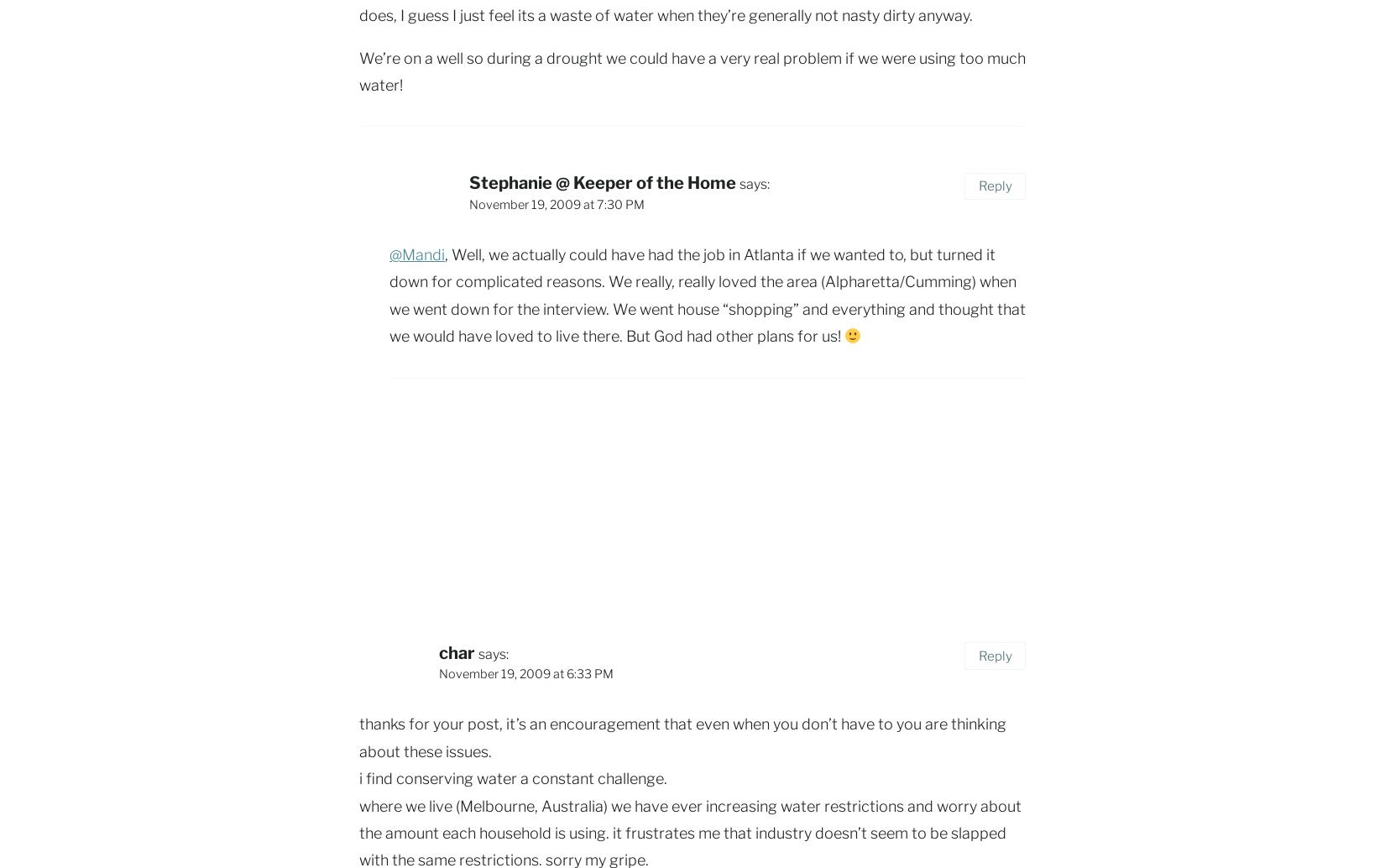 The image size is (1385, 868). I want to click on 'i find conserving water a constant challenge.', so click(512, 777).